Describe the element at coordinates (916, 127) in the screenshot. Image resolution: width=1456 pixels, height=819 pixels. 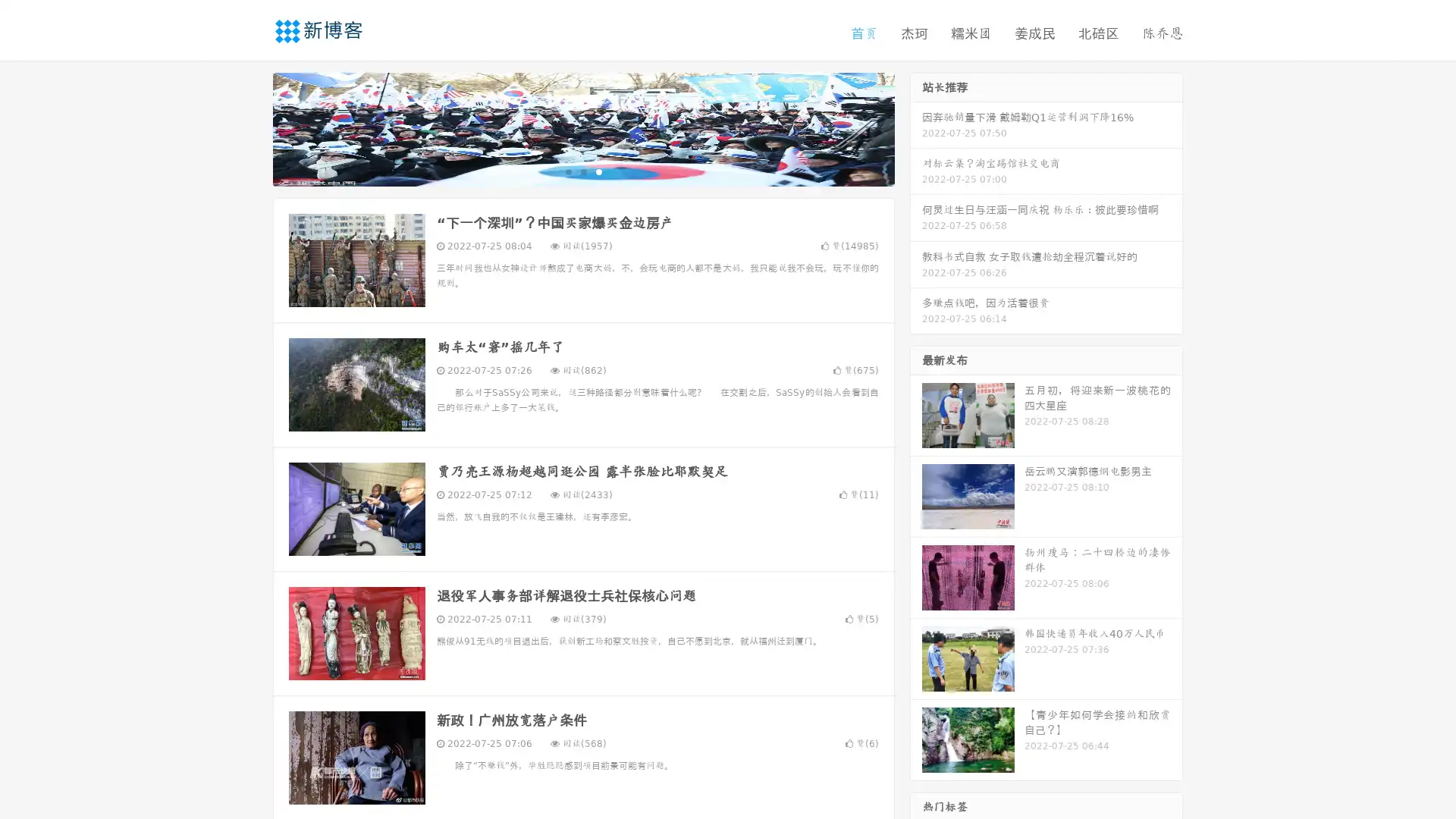
I see `Next slide` at that location.